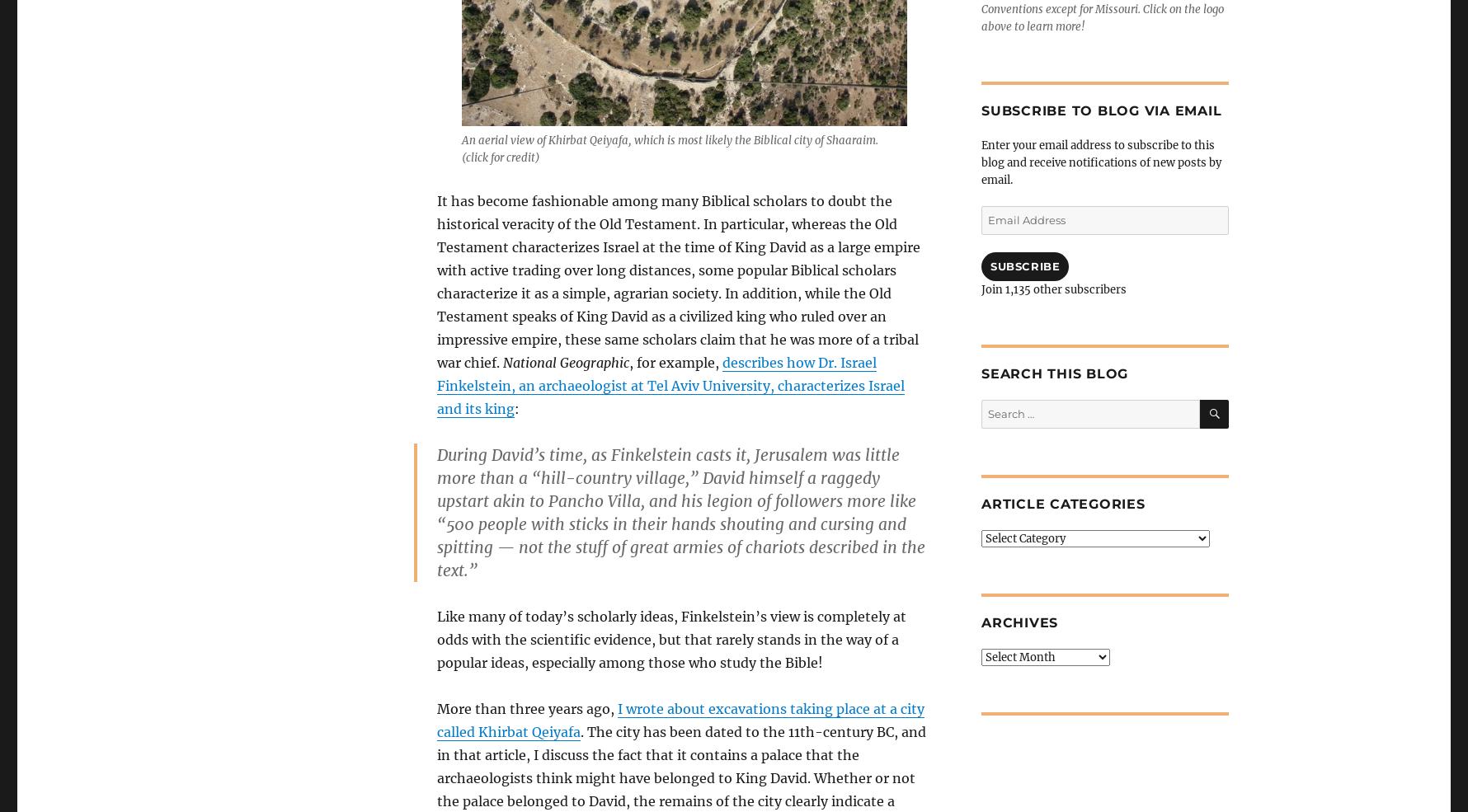  I want to click on ':', so click(516, 409).